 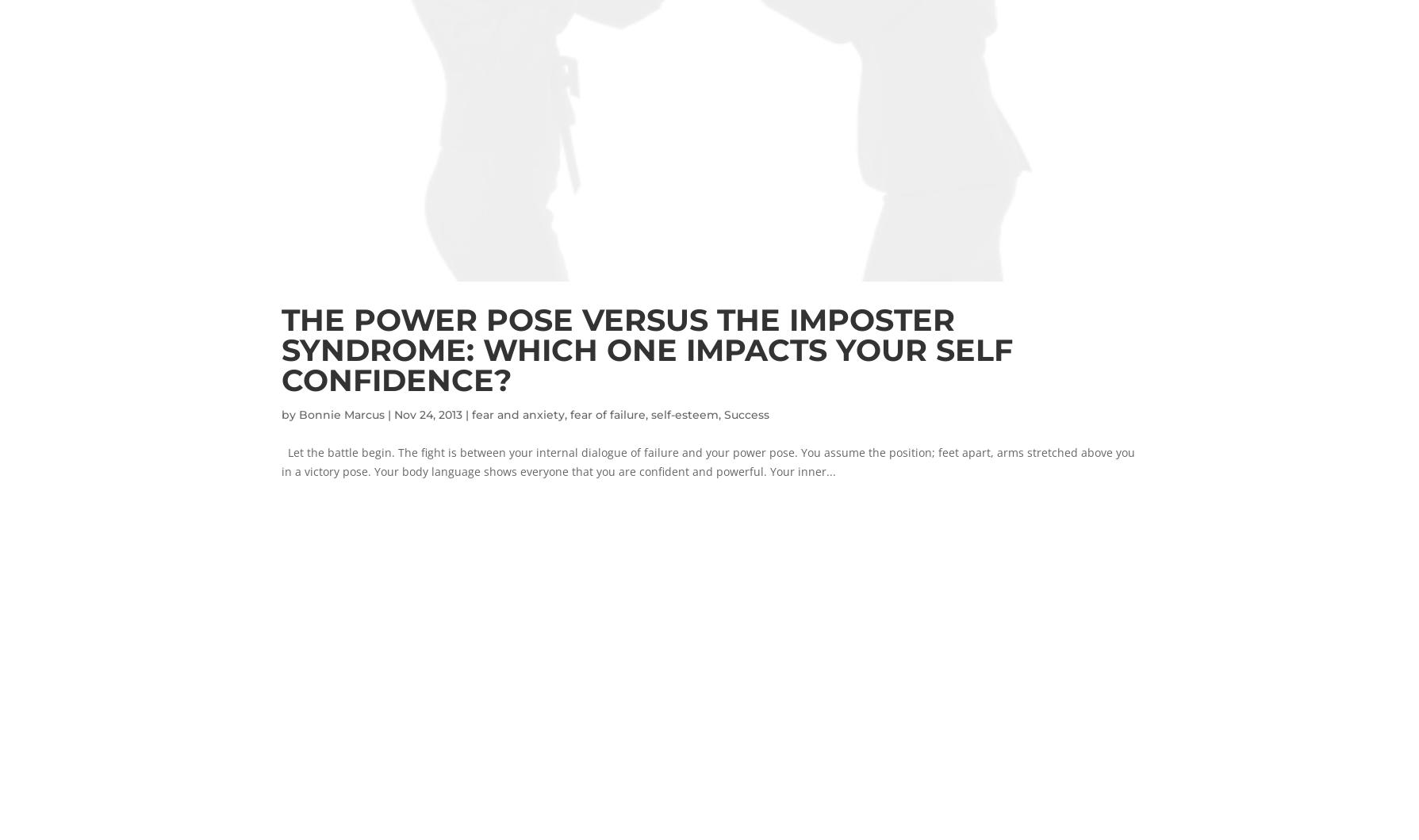 What do you see at coordinates (607, 413) in the screenshot?
I see `'fear of failure'` at bounding box center [607, 413].